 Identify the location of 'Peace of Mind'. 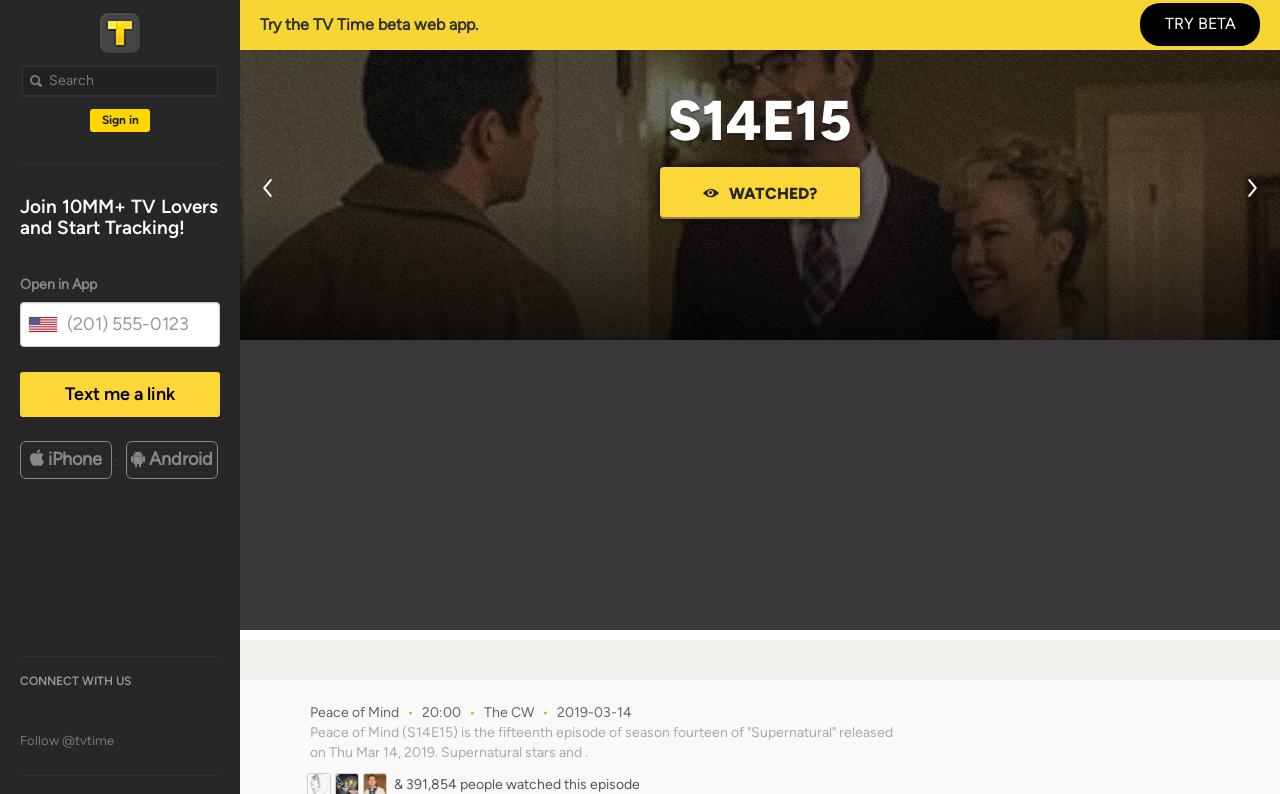
(354, 712).